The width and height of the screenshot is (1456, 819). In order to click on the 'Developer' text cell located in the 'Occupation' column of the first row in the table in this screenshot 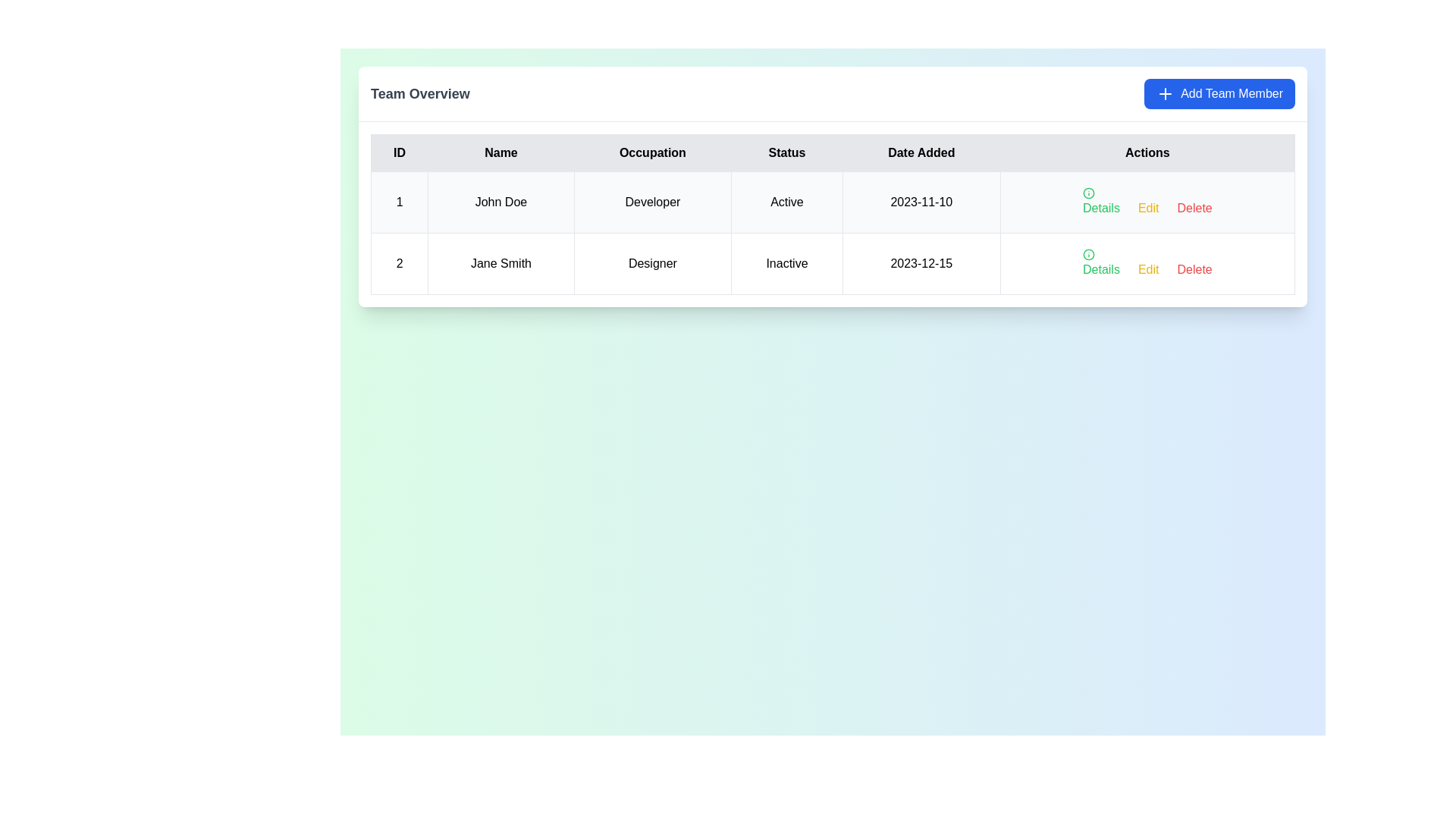, I will do `click(652, 201)`.